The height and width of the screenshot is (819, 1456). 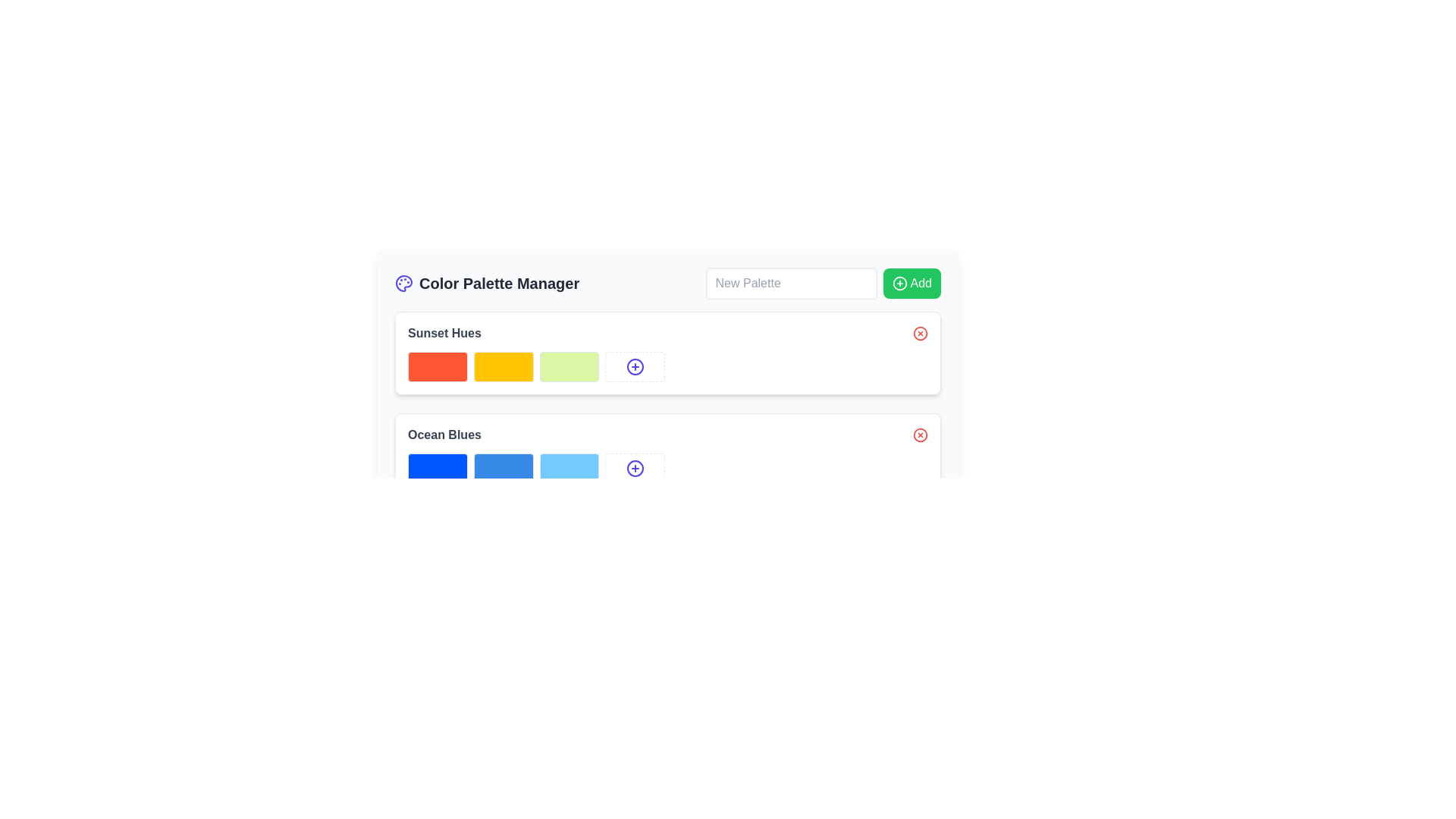 I want to click on the yellow color swatch in the 'Sunset Hues' section of the color palette manager interface, which is located between a red rectangle and a light green rectangle, so click(x=504, y=366).